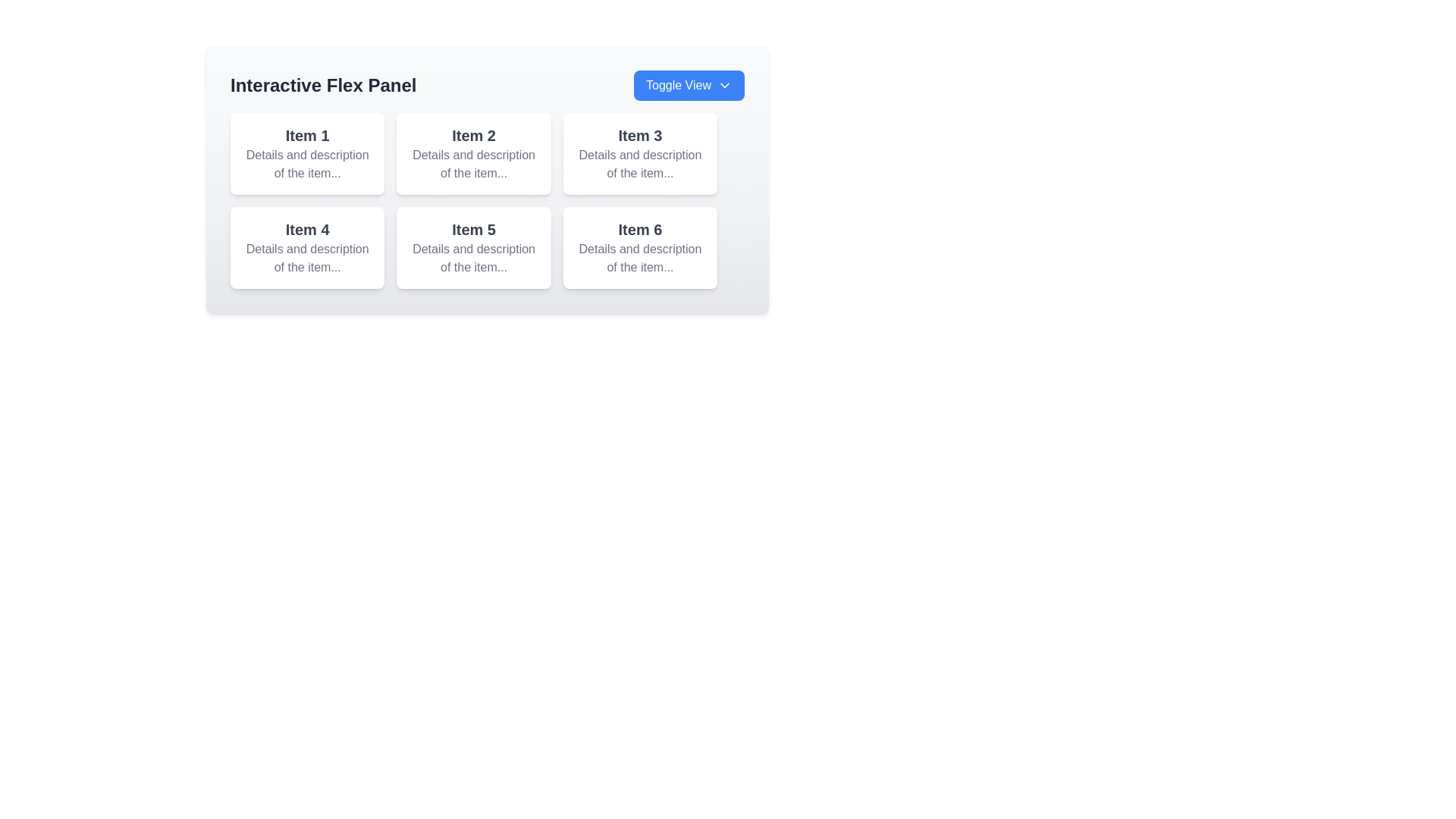  What do you see at coordinates (640, 134) in the screenshot?
I see `the Text Label titled 'Item 3' located in the top right corner of the grid layout` at bounding box center [640, 134].